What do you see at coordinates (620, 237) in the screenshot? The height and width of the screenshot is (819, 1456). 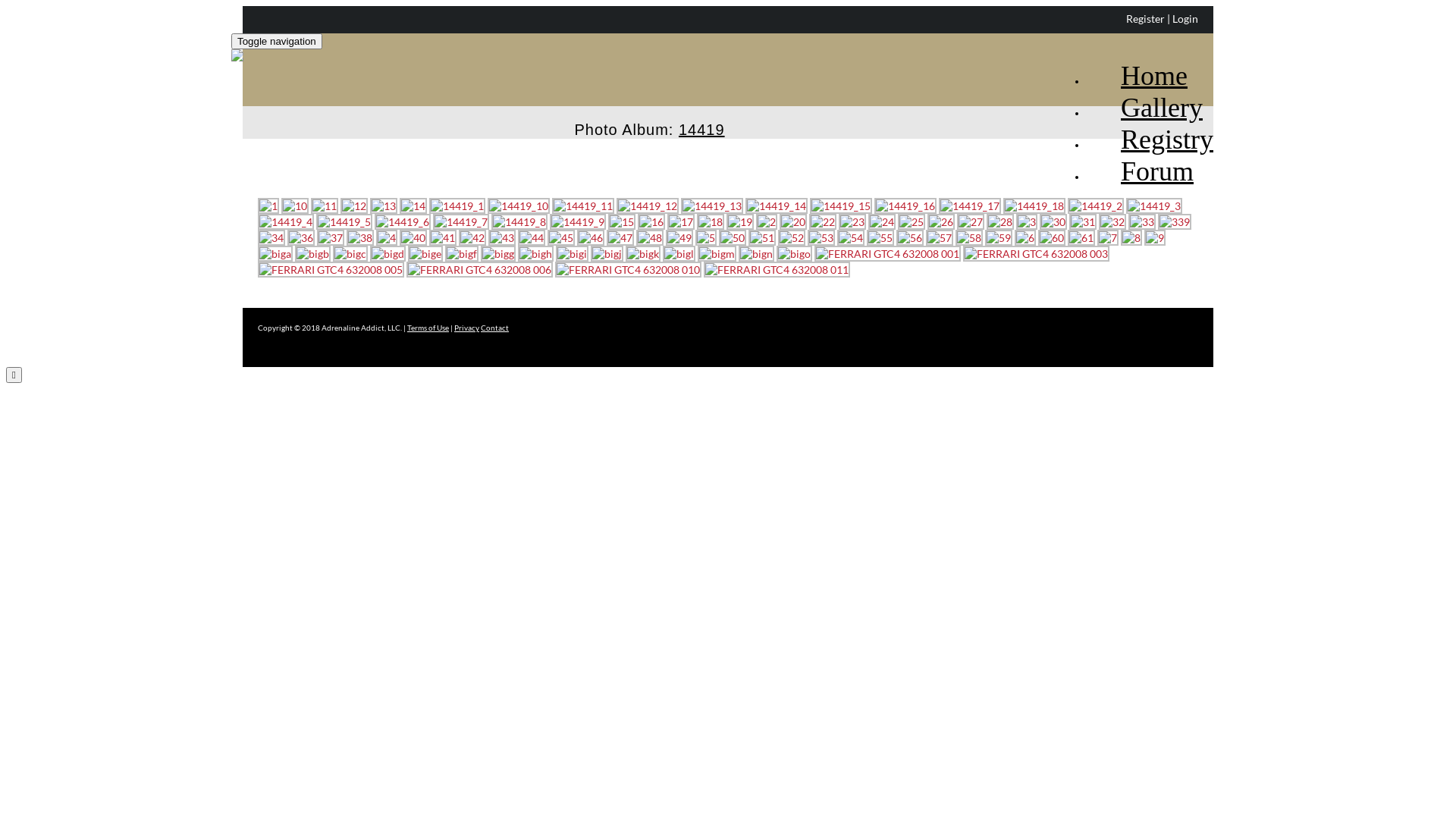 I see `'47 (click to enlarge)'` at bounding box center [620, 237].